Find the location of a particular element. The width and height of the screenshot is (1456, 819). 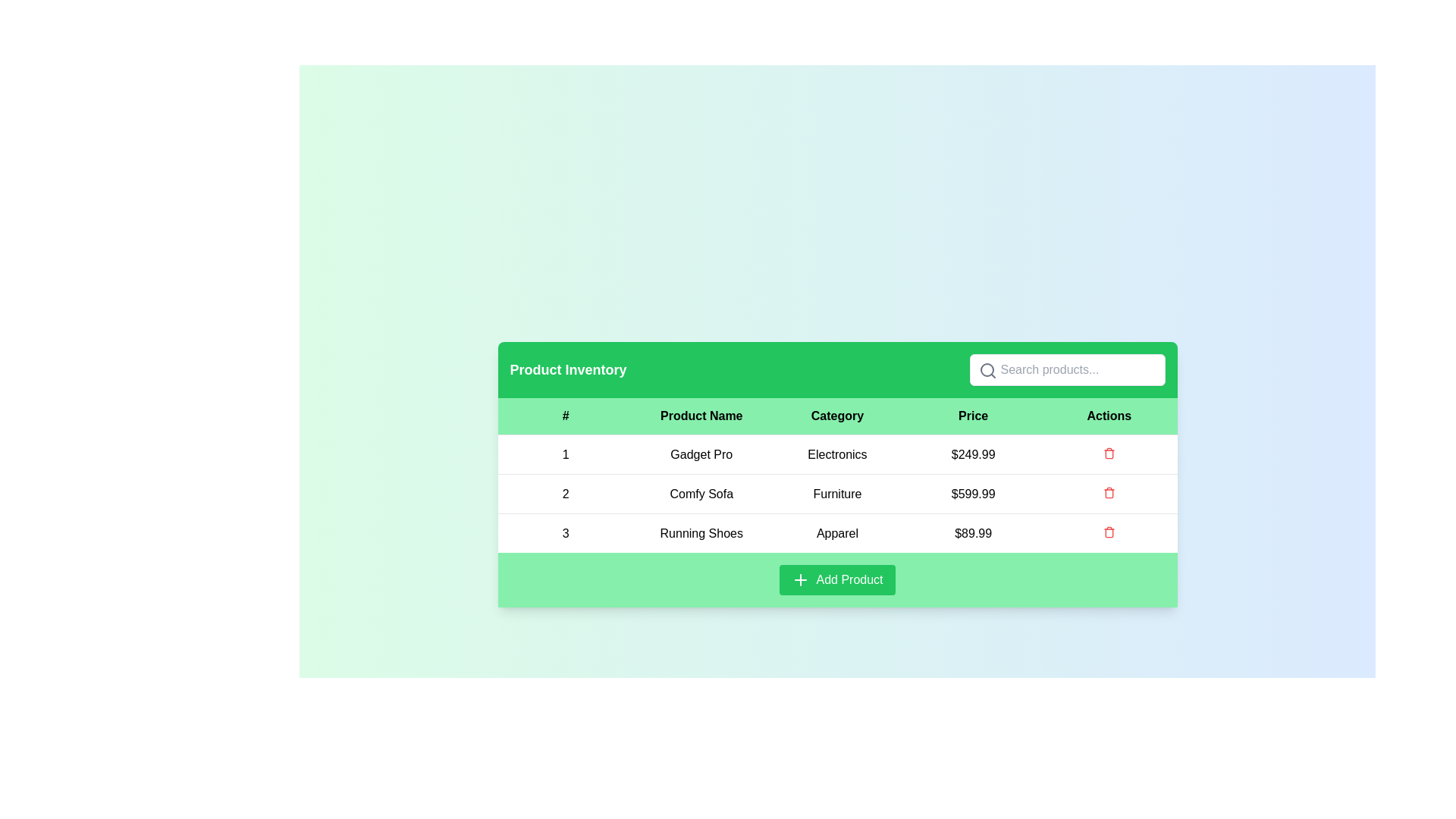

the '#' character in the green-colored header cell of the table, which is the first element in the header row is located at coordinates (565, 416).